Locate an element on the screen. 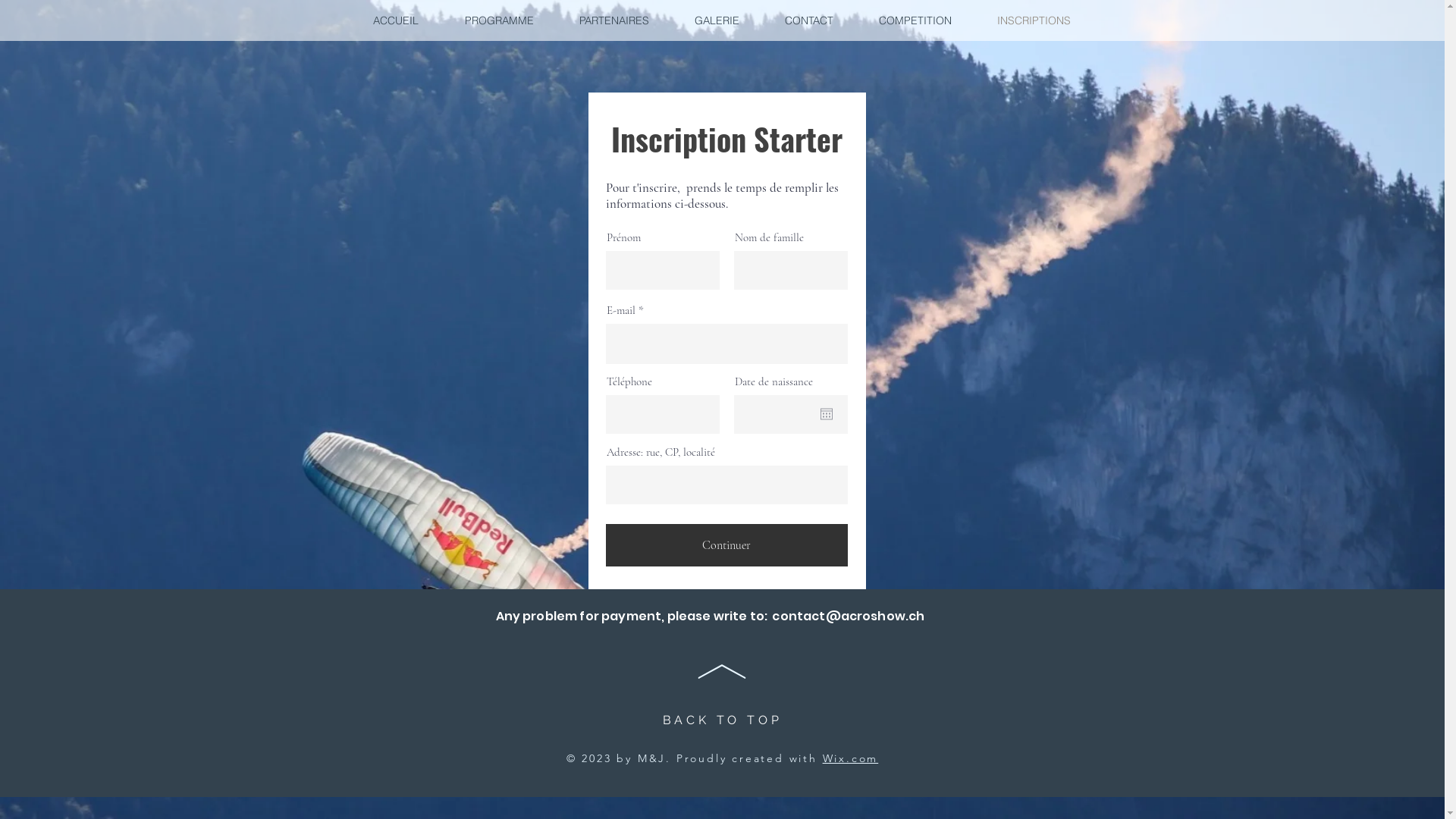 This screenshot has width=1456, height=819. 'BACK TO TOP' is located at coordinates (722, 719).